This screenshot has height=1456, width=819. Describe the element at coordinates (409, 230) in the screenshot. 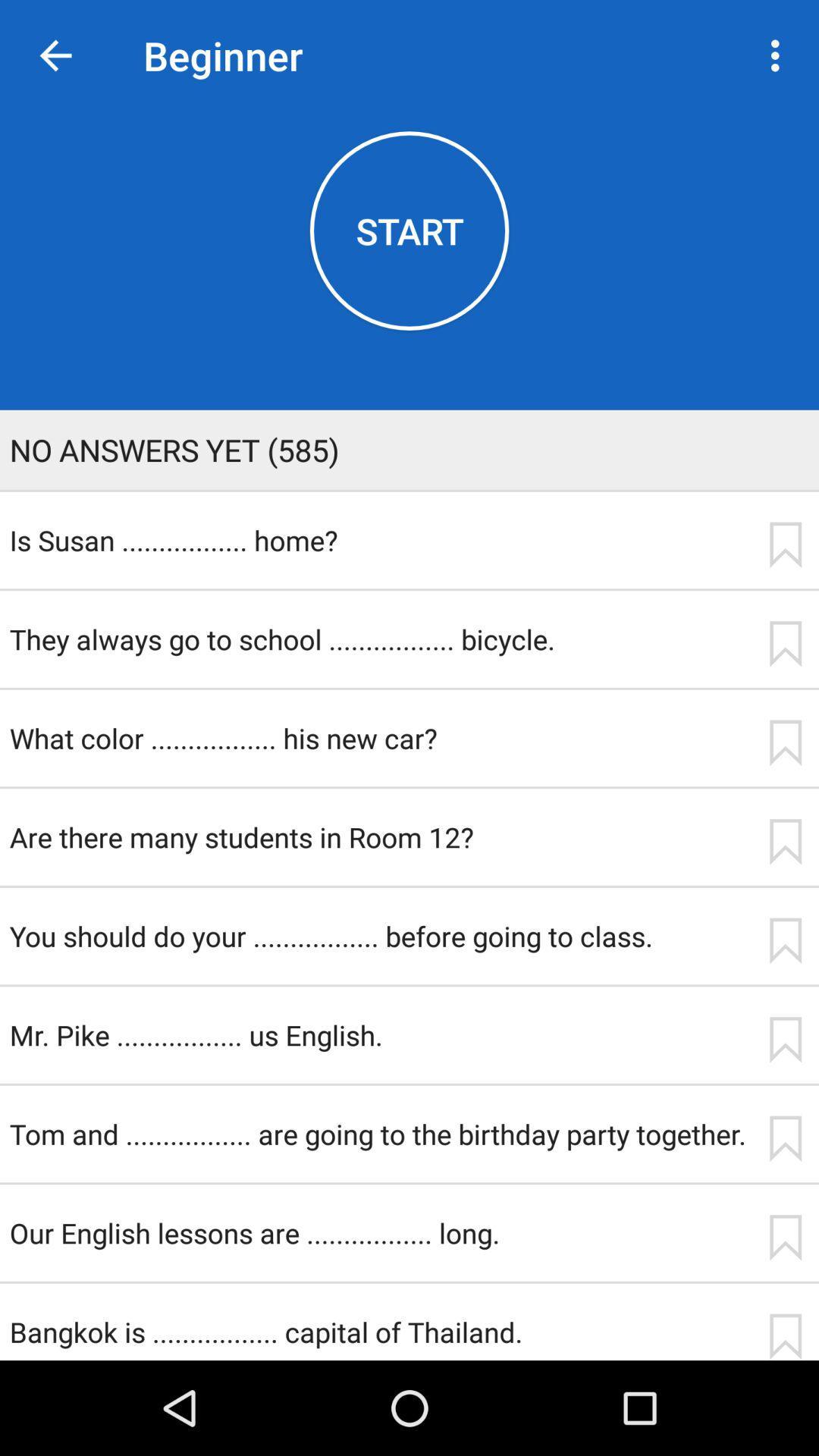

I see `the icon below beginner item` at that location.